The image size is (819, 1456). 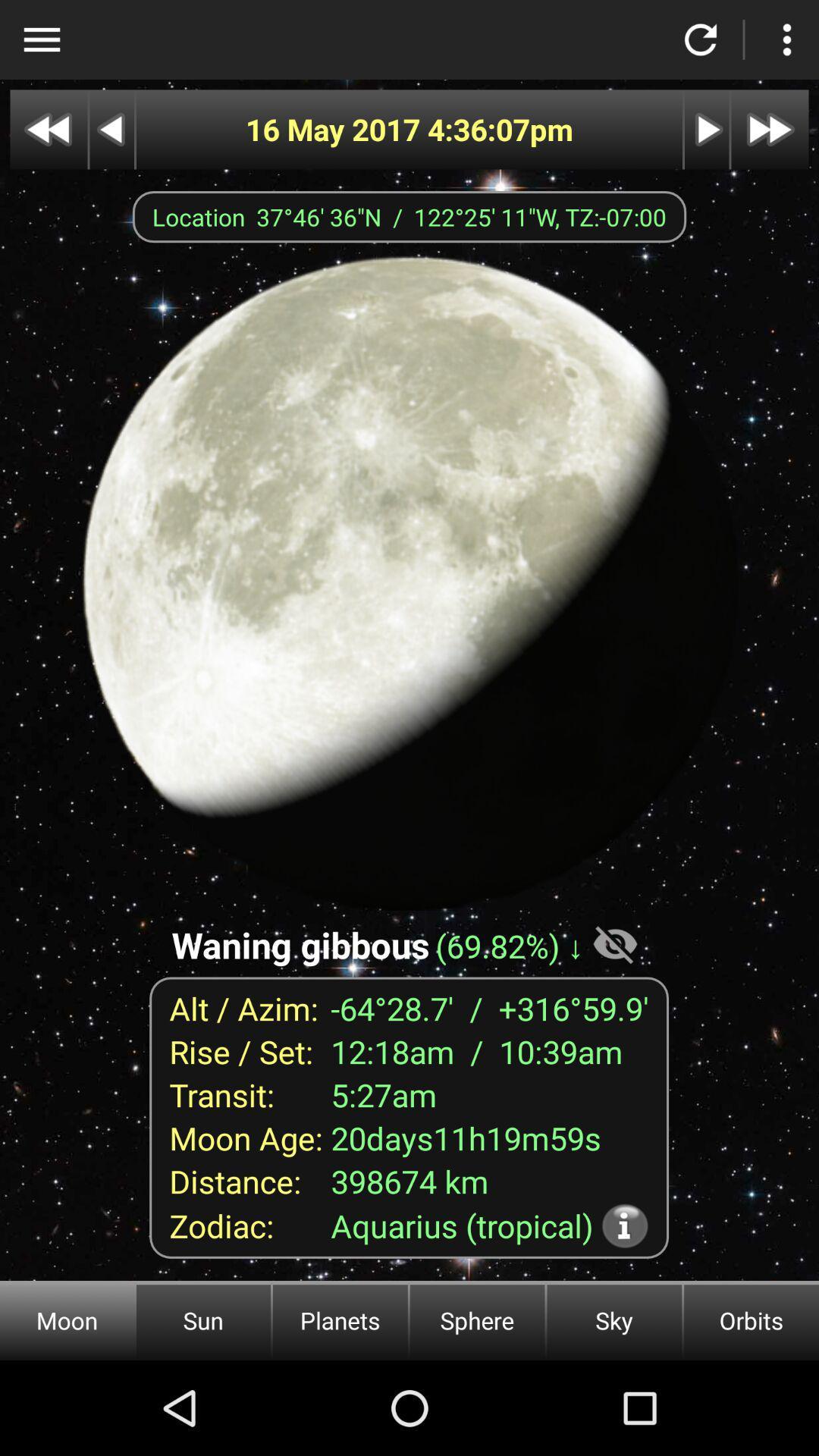 I want to click on toggles a fast forward option, so click(x=770, y=130).